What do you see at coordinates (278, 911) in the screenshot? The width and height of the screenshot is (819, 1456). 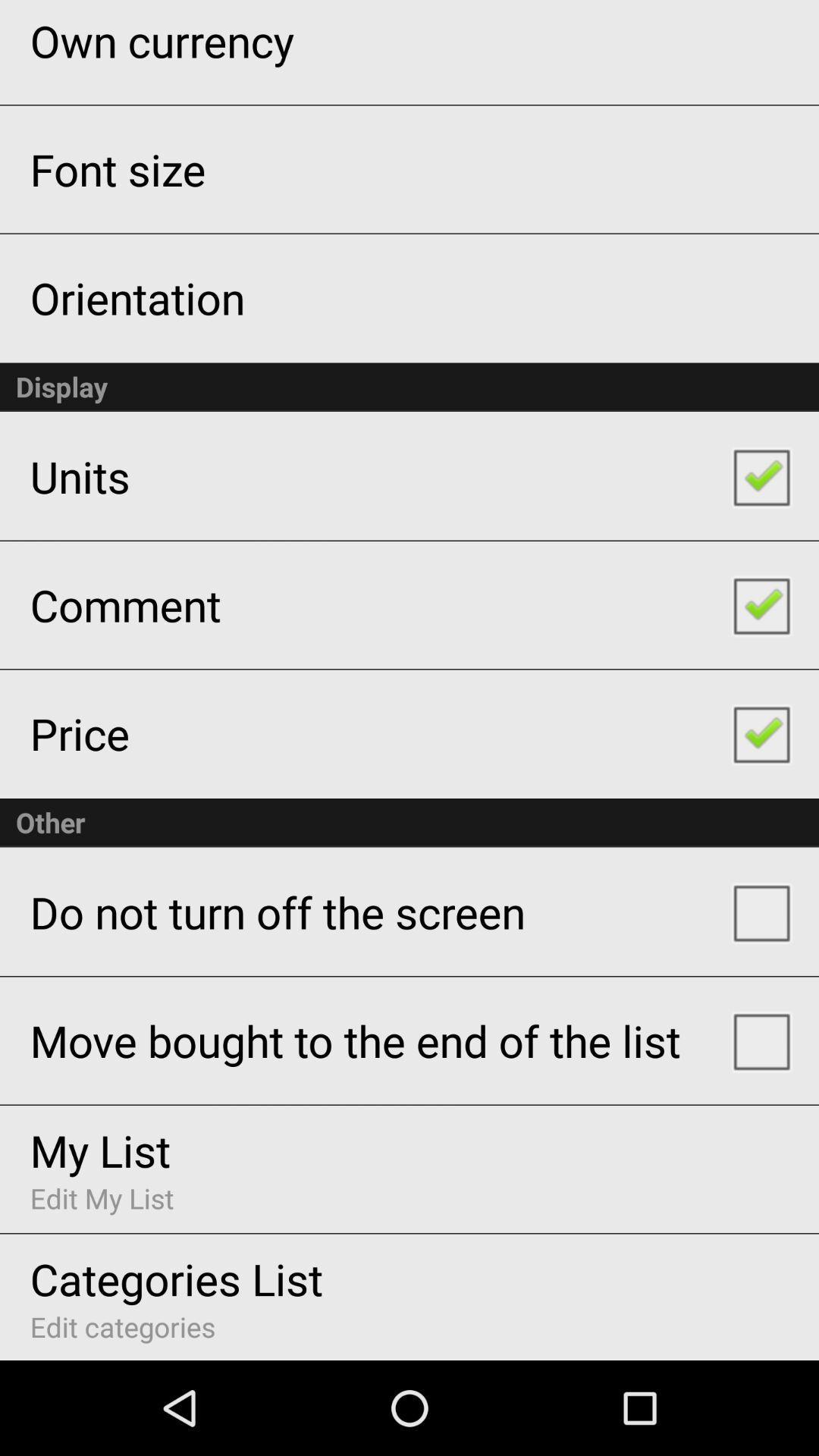 I see `icon below the other app` at bounding box center [278, 911].